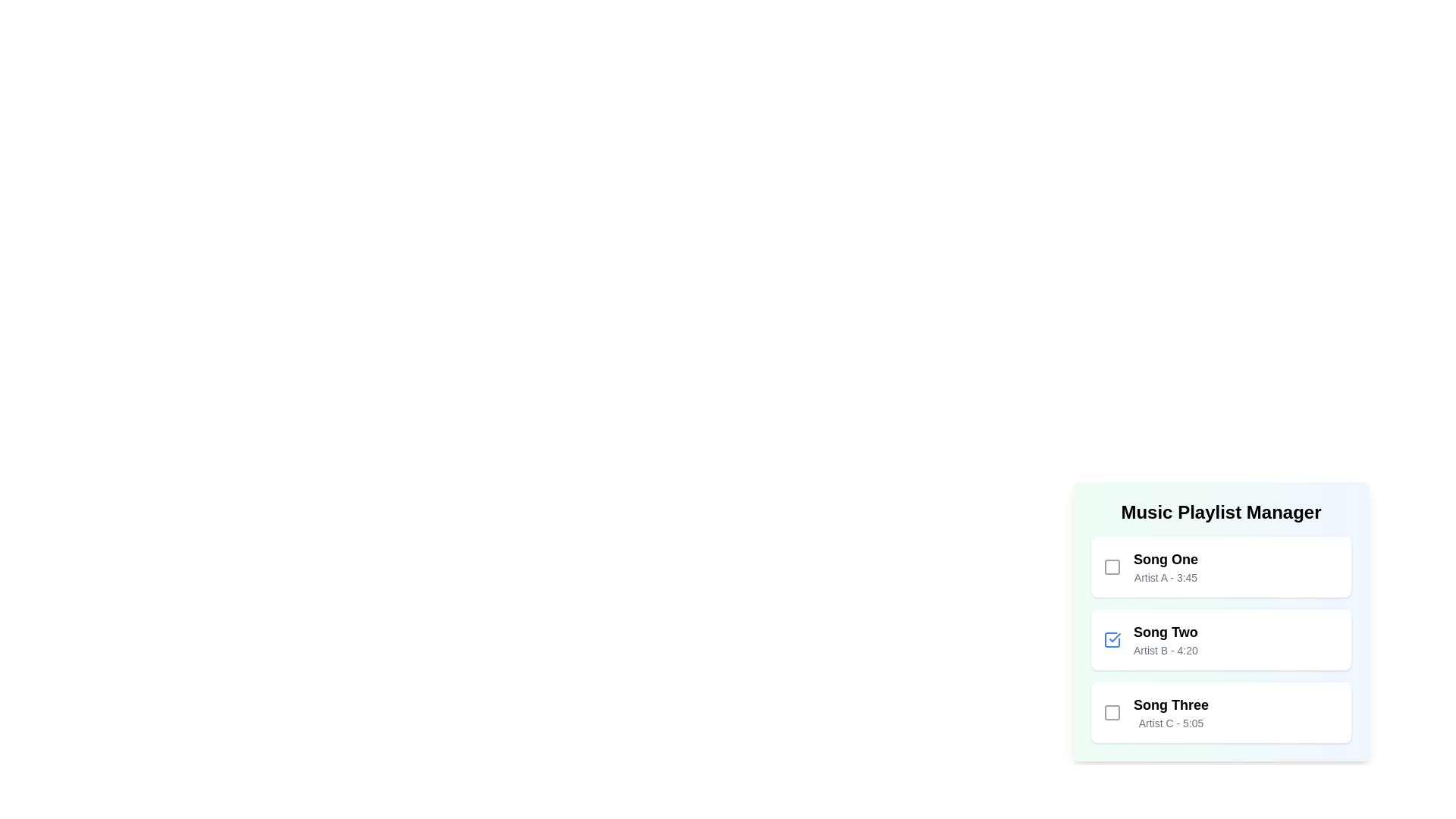 The height and width of the screenshot is (819, 1456). What do you see at coordinates (1221, 614) in the screenshot?
I see `the checkbox of the List Item with Checkbox titled 'Song Two'` at bounding box center [1221, 614].